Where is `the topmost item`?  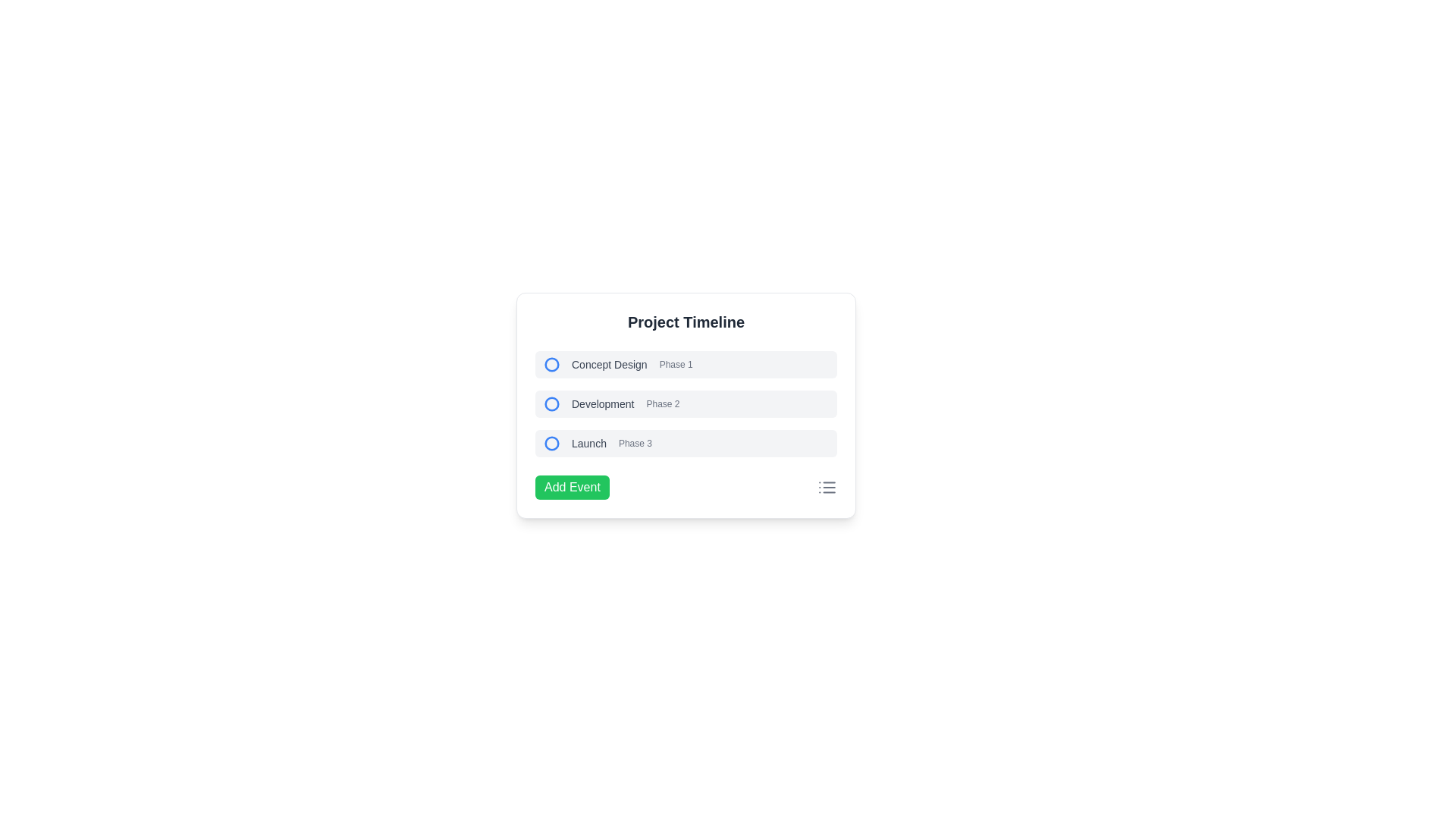 the topmost item is located at coordinates (686, 365).